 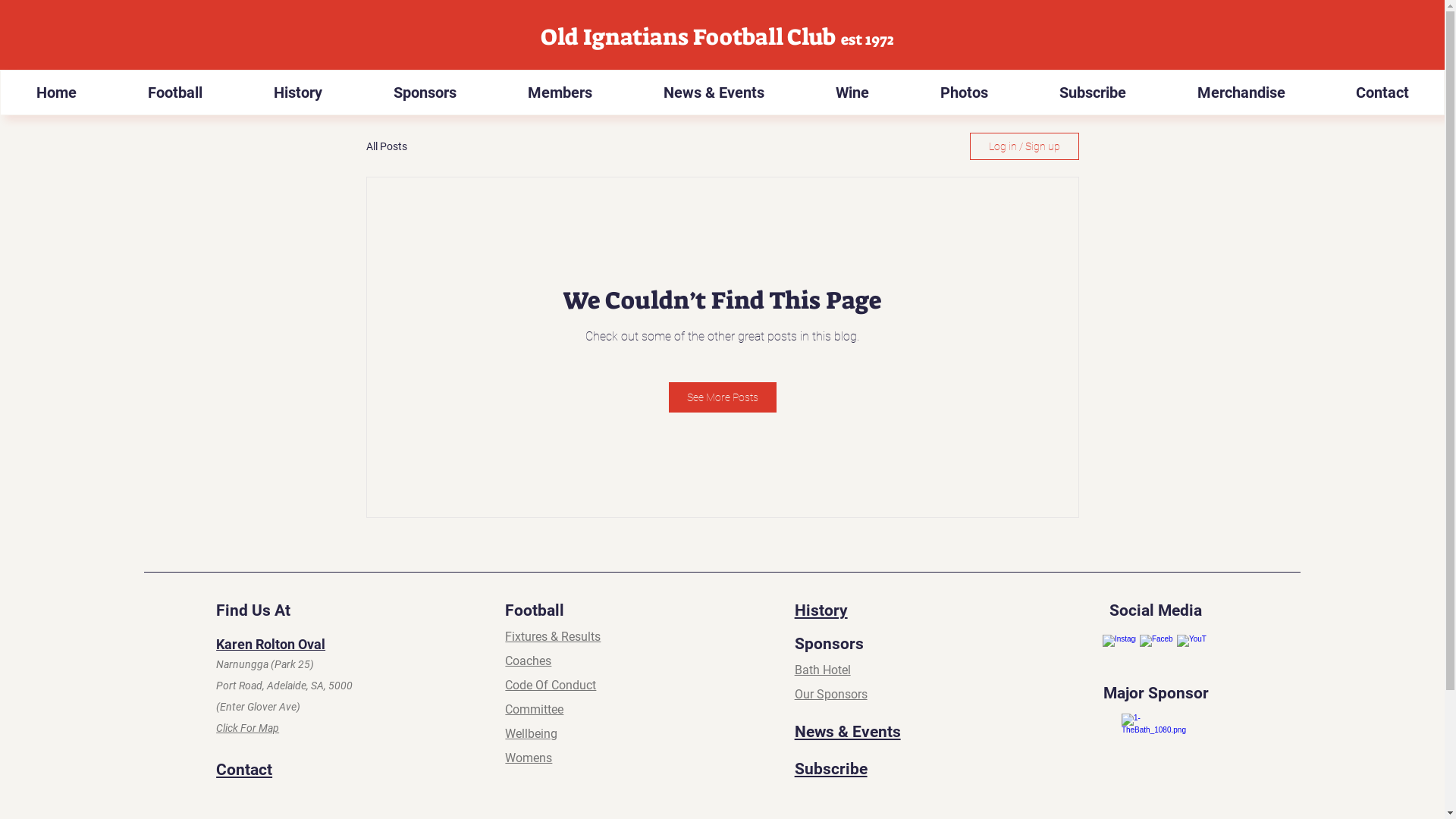 What do you see at coordinates (243, 769) in the screenshot?
I see `'Contact'` at bounding box center [243, 769].